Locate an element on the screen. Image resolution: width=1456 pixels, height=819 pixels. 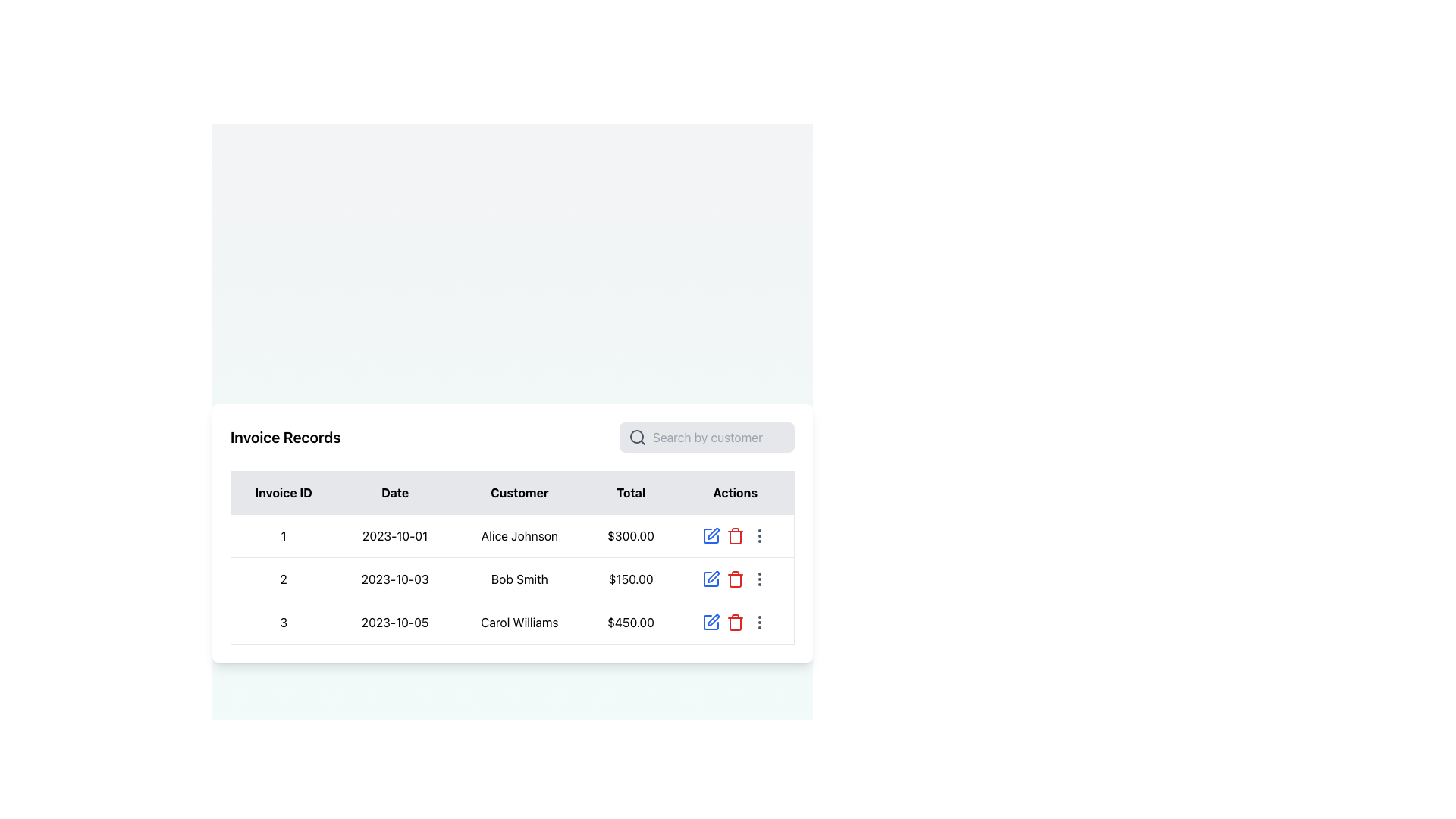
column labels of the Table Header Row in the 'Invoice Records' table, which spans horizontally at the top of the table is located at coordinates (513, 491).